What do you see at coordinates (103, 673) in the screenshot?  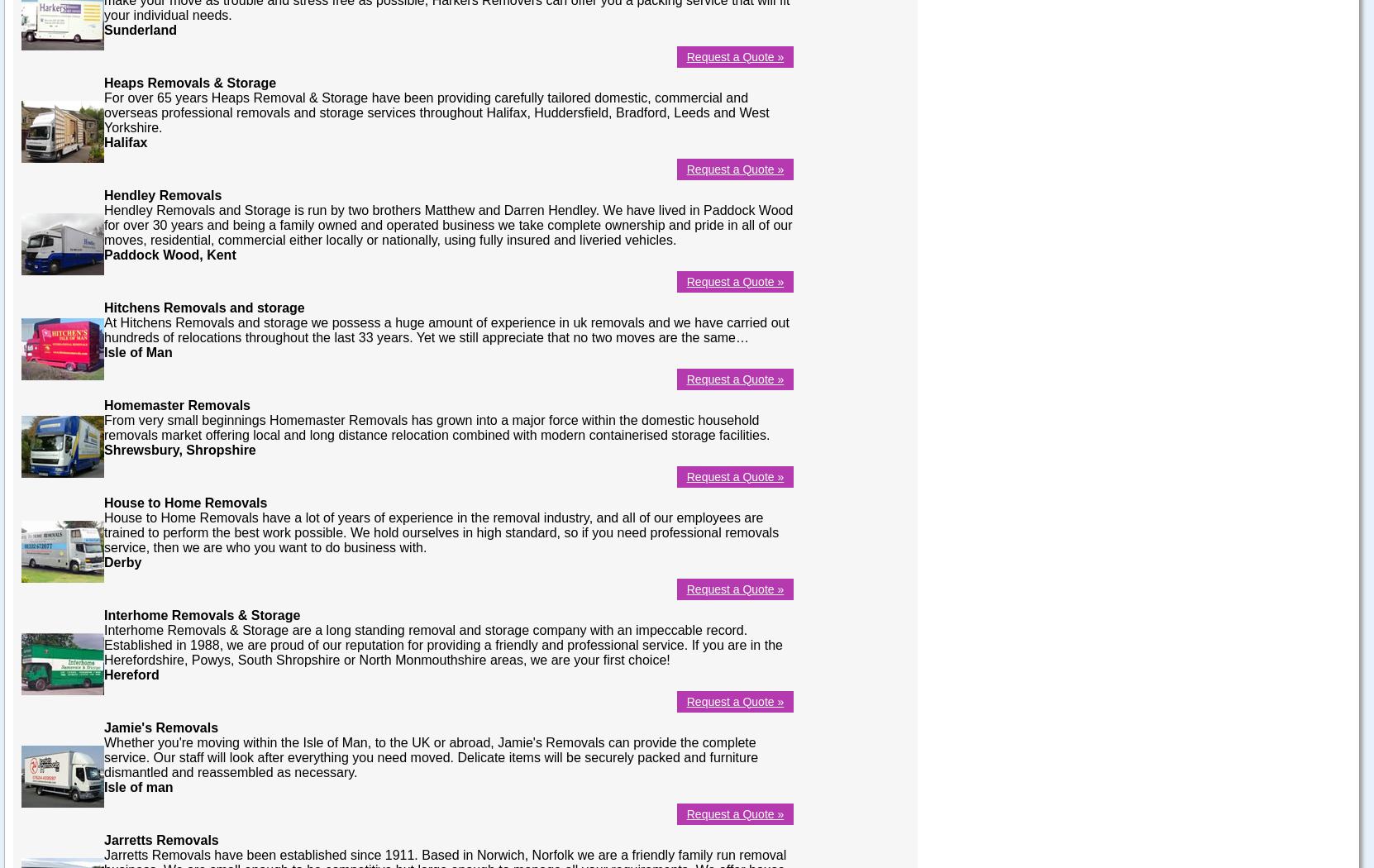 I see `'Hereford'` at bounding box center [103, 673].